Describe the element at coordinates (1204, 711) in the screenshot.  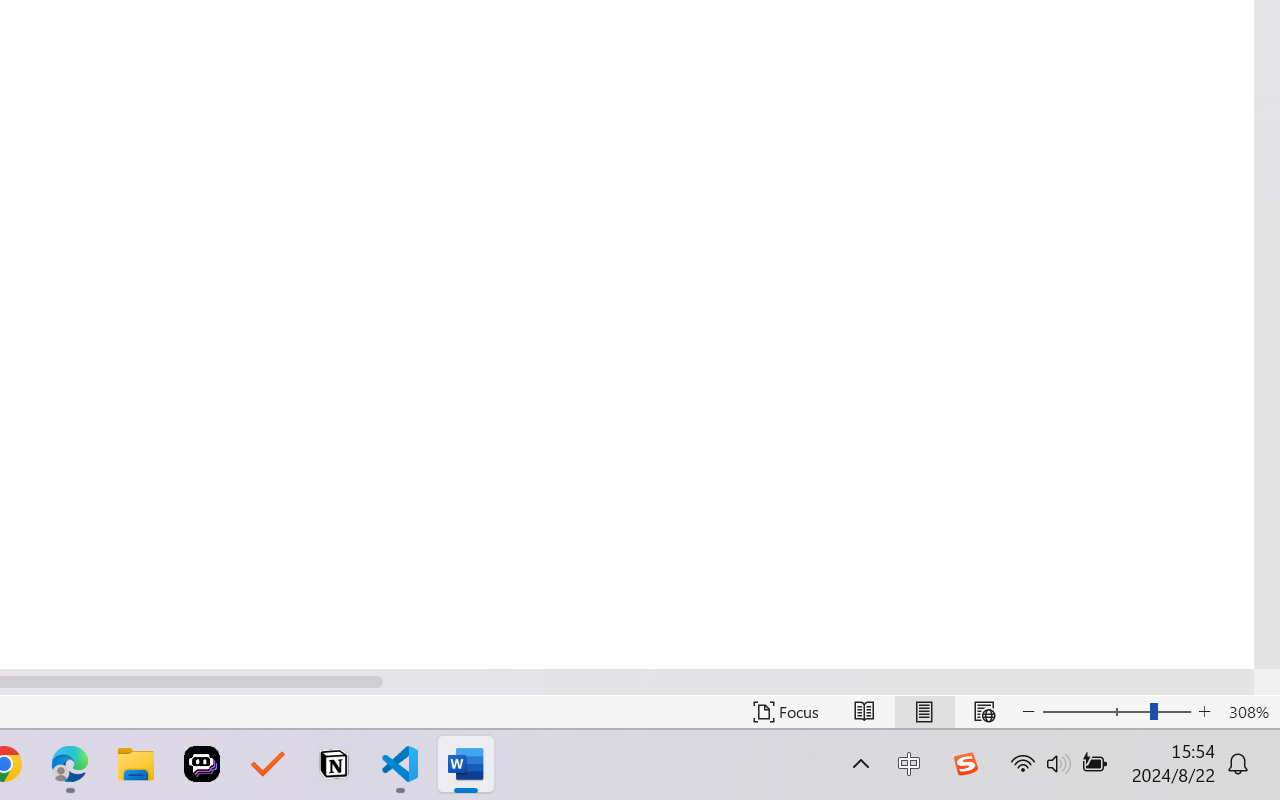
I see `'Zoom In'` at that location.